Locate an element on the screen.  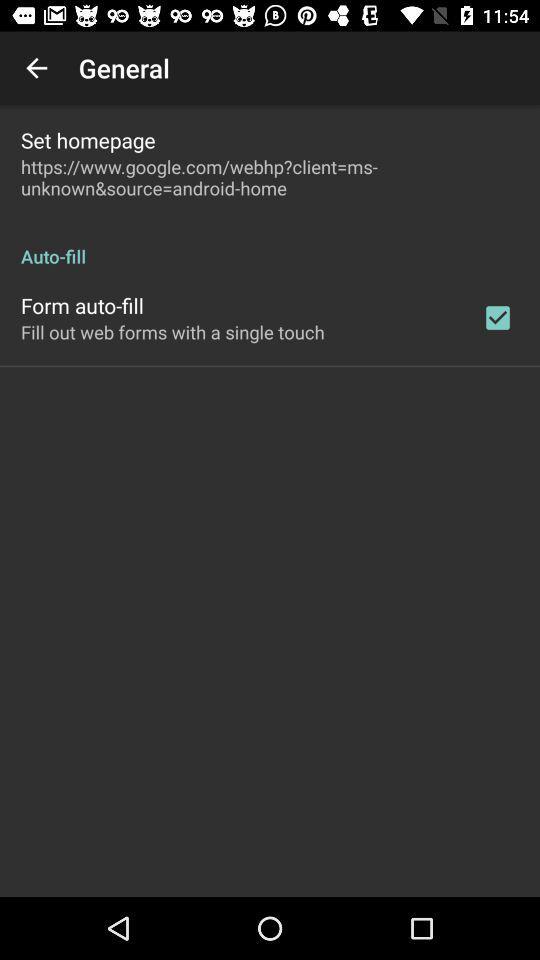
the icon above the auto-fill icon is located at coordinates (270, 176).